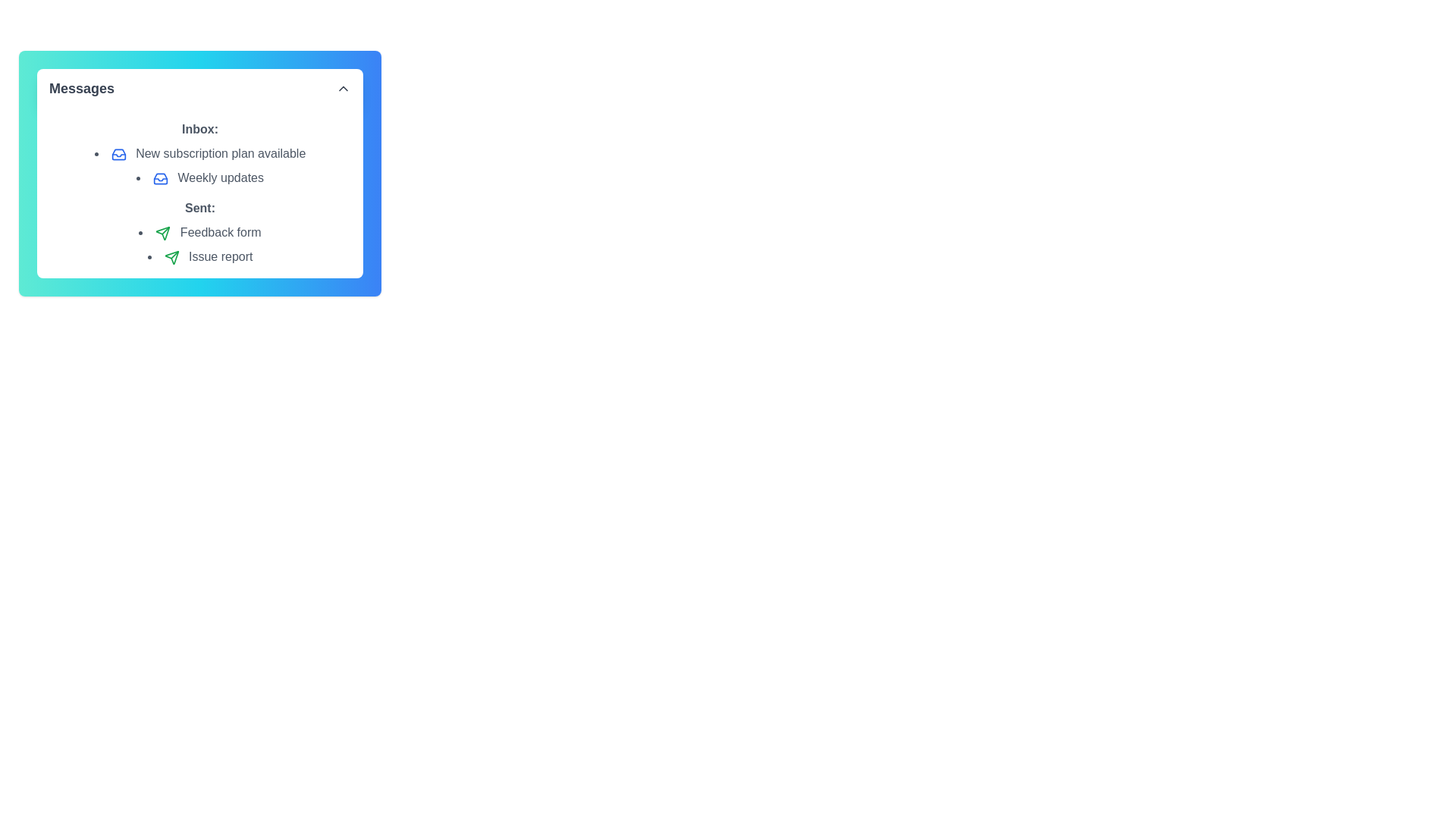 This screenshot has height=819, width=1456. What do you see at coordinates (199, 154) in the screenshot?
I see `the text label reading 'New subscription plan available' to take action related to the subscription plan` at bounding box center [199, 154].